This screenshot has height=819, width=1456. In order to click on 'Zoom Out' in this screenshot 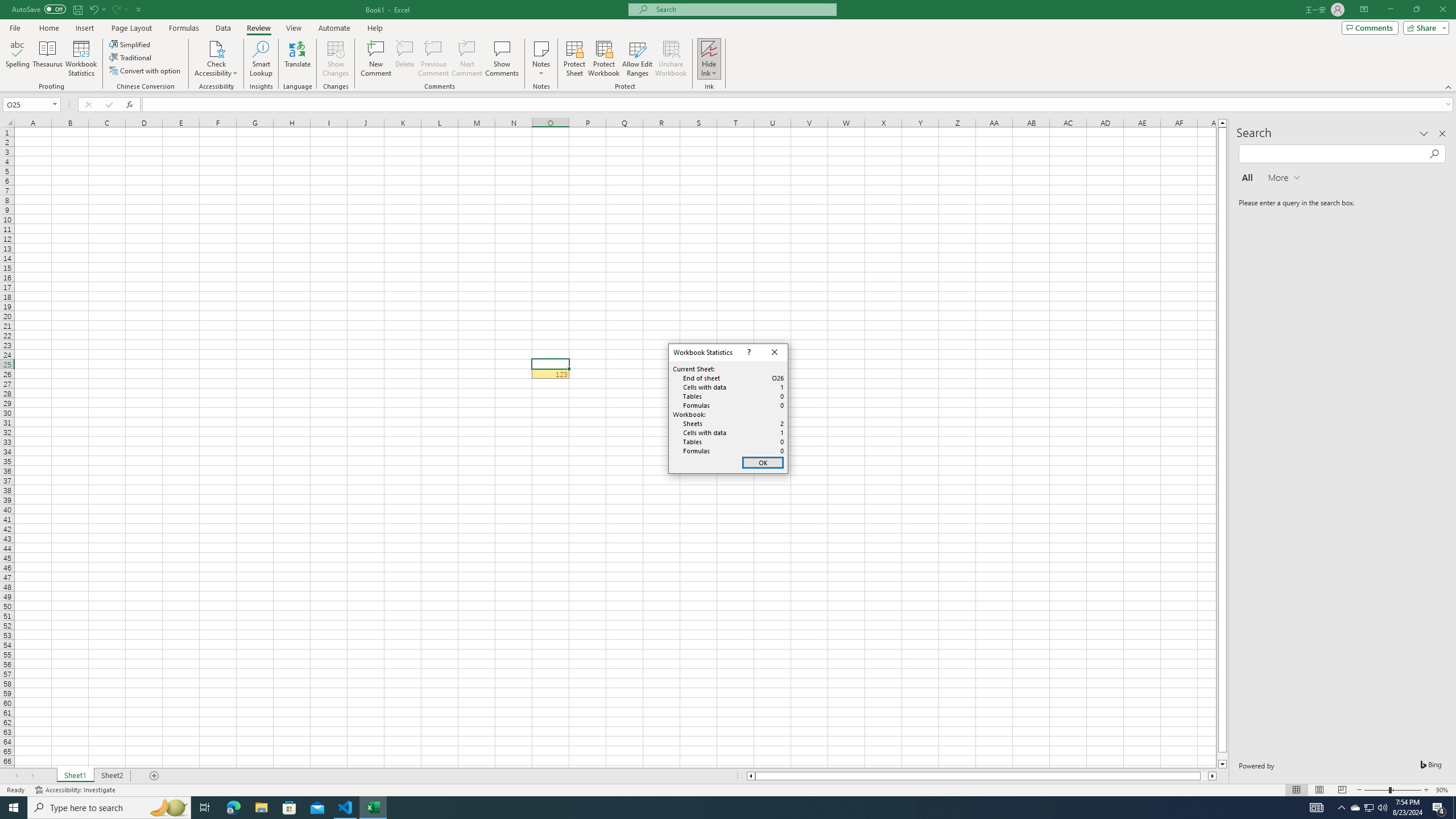, I will do `click(1376, 790)`.